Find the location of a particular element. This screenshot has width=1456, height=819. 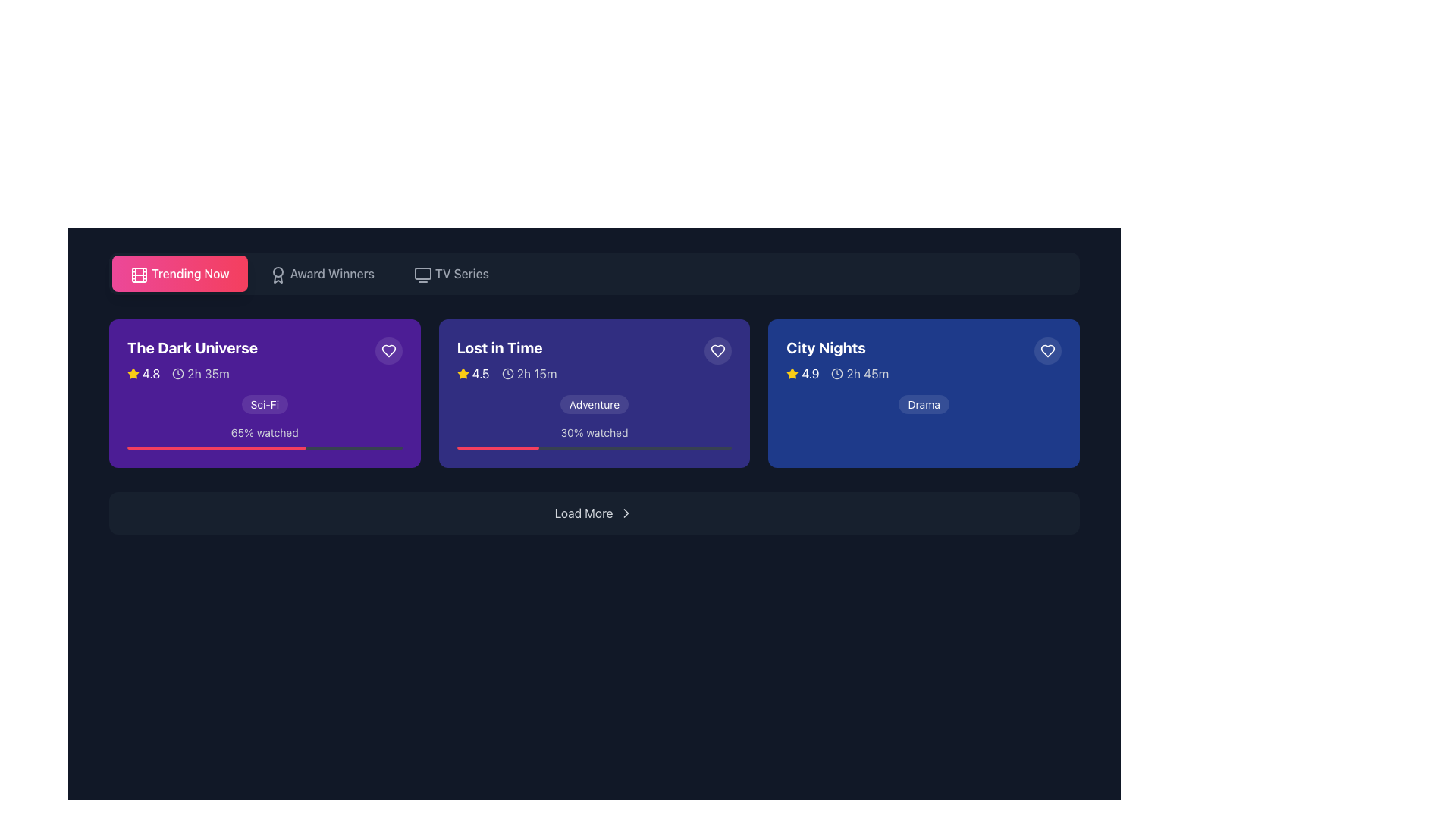

text label displaying the duration of the movie, located in the first card under the 'Trending Now' section, near the top-left corner, following a clock icon is located at coordinates (207, 374).